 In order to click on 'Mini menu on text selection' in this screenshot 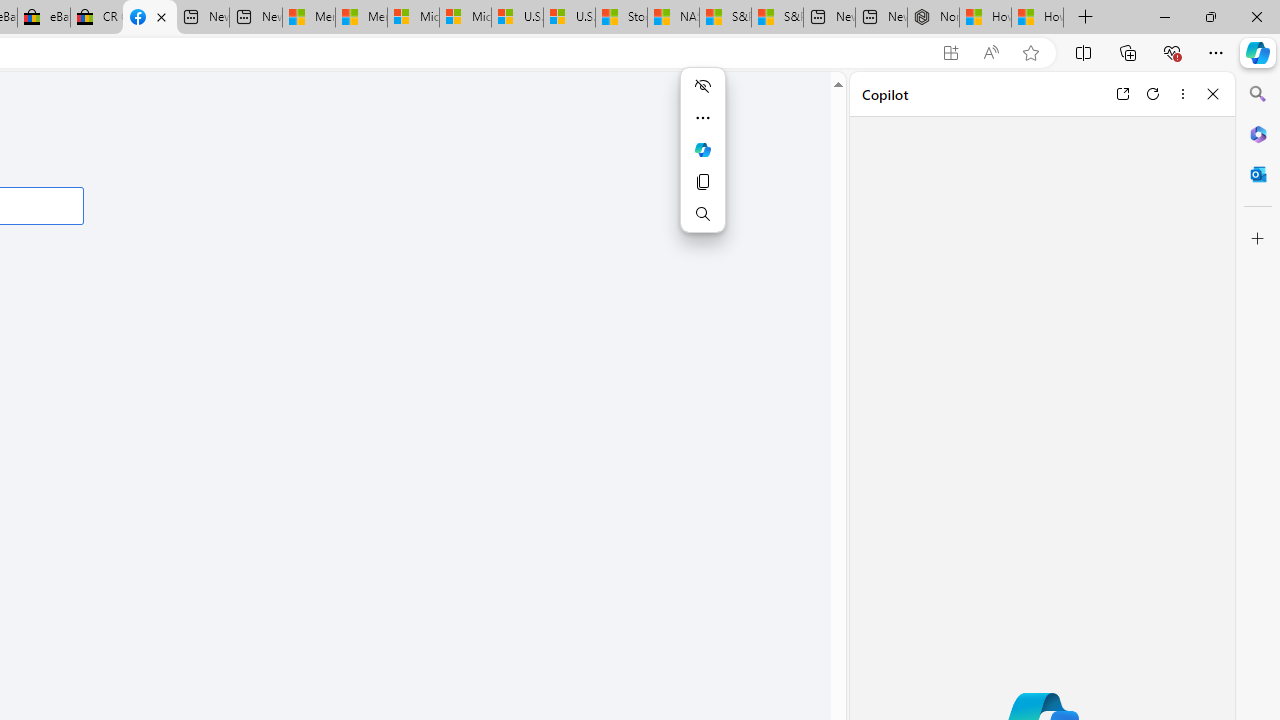, I will do `click(702, 161)`.